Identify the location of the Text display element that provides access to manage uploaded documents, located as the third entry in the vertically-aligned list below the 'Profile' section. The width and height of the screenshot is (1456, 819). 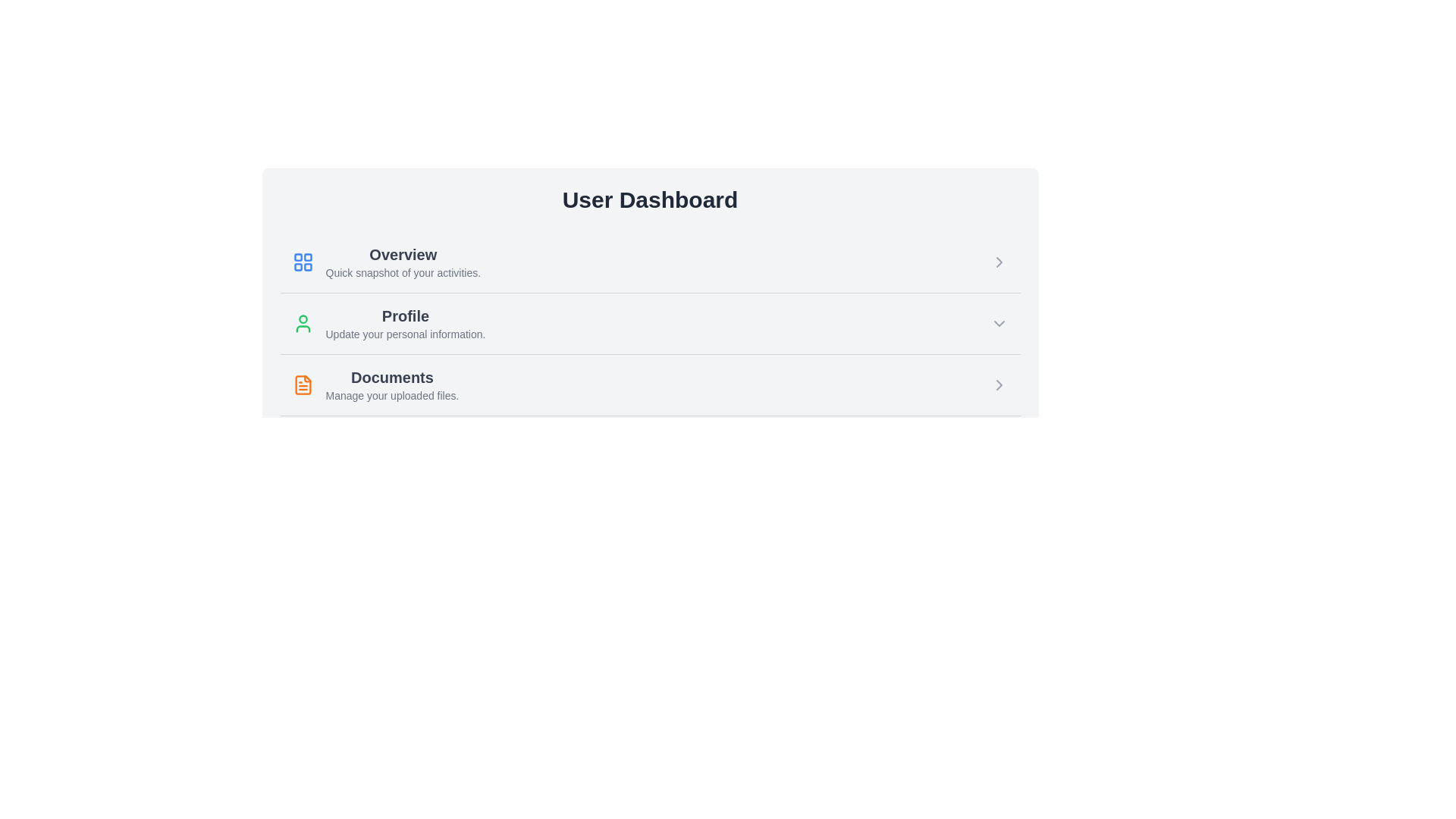
(392, 384).